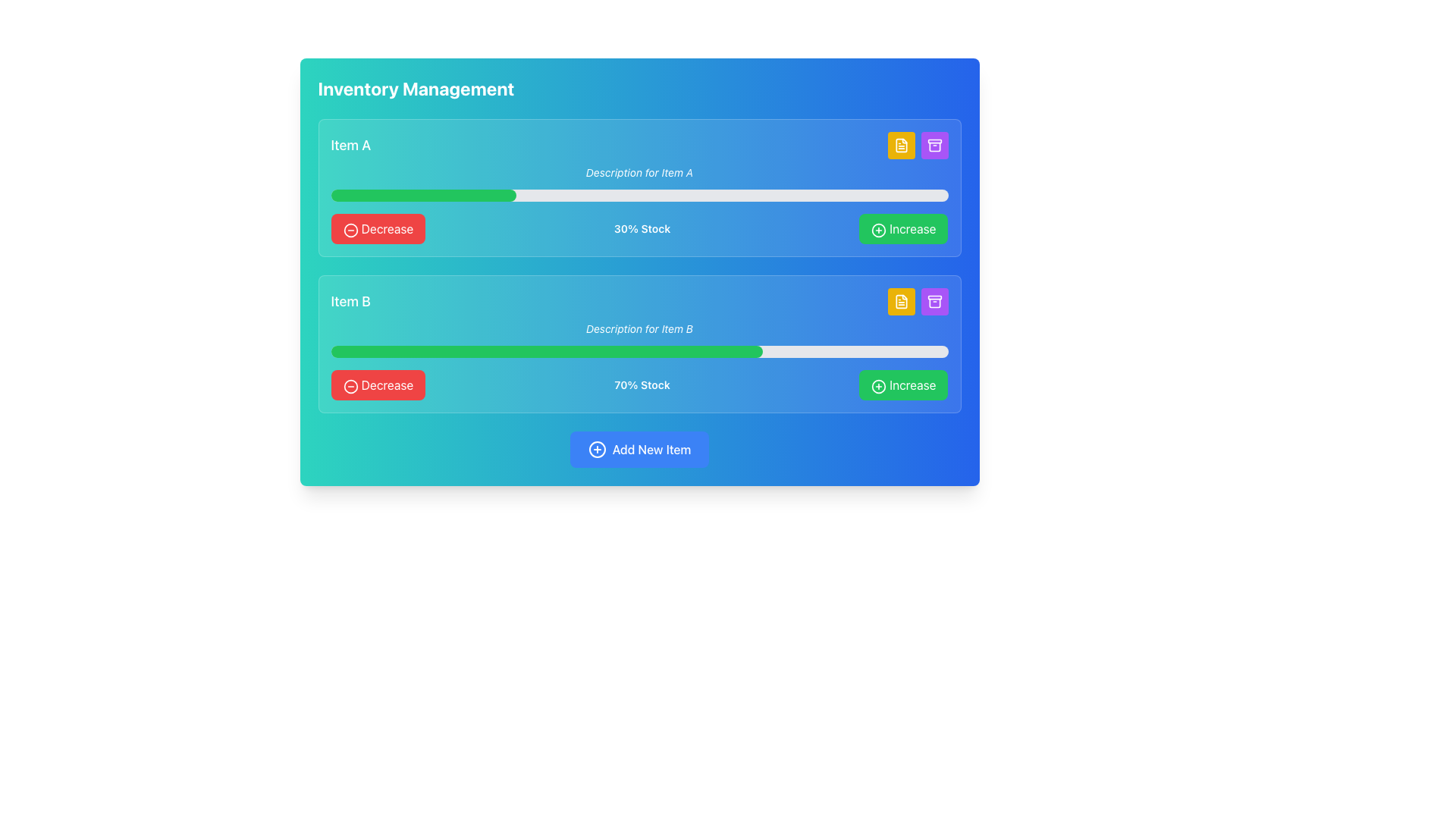 This screenshot has height=819, width=1456. Describe the element at coordinates (901, 146) in the screenshot. I see `the yellow document icon in the top-right section of the blue card for Item A, located adjacent to the purple trash can icon and above the green 'Increase' button` at that location.